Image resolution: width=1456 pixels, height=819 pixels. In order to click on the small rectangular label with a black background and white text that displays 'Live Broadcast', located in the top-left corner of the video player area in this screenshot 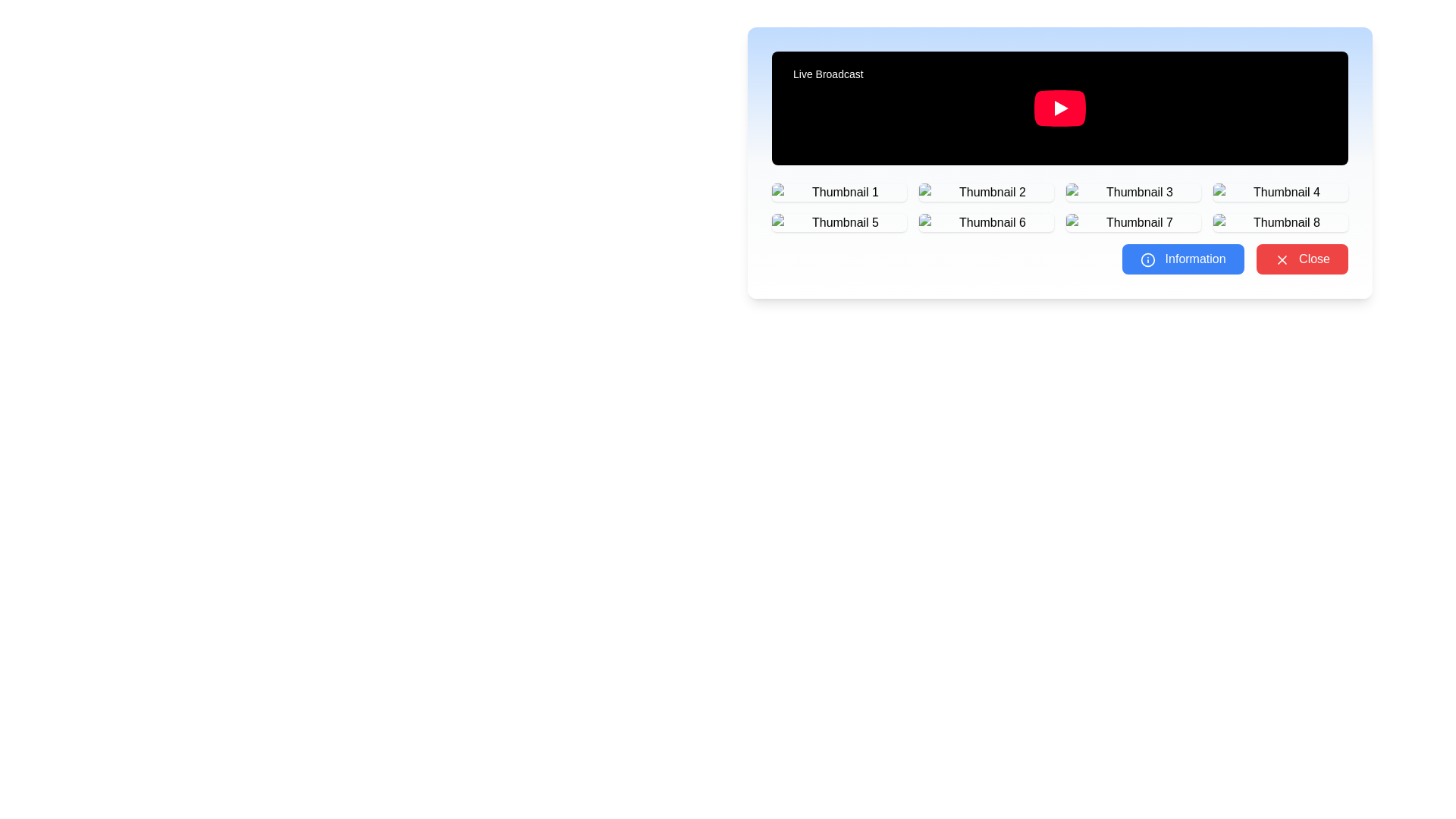, I will do `click(827, 74)`.